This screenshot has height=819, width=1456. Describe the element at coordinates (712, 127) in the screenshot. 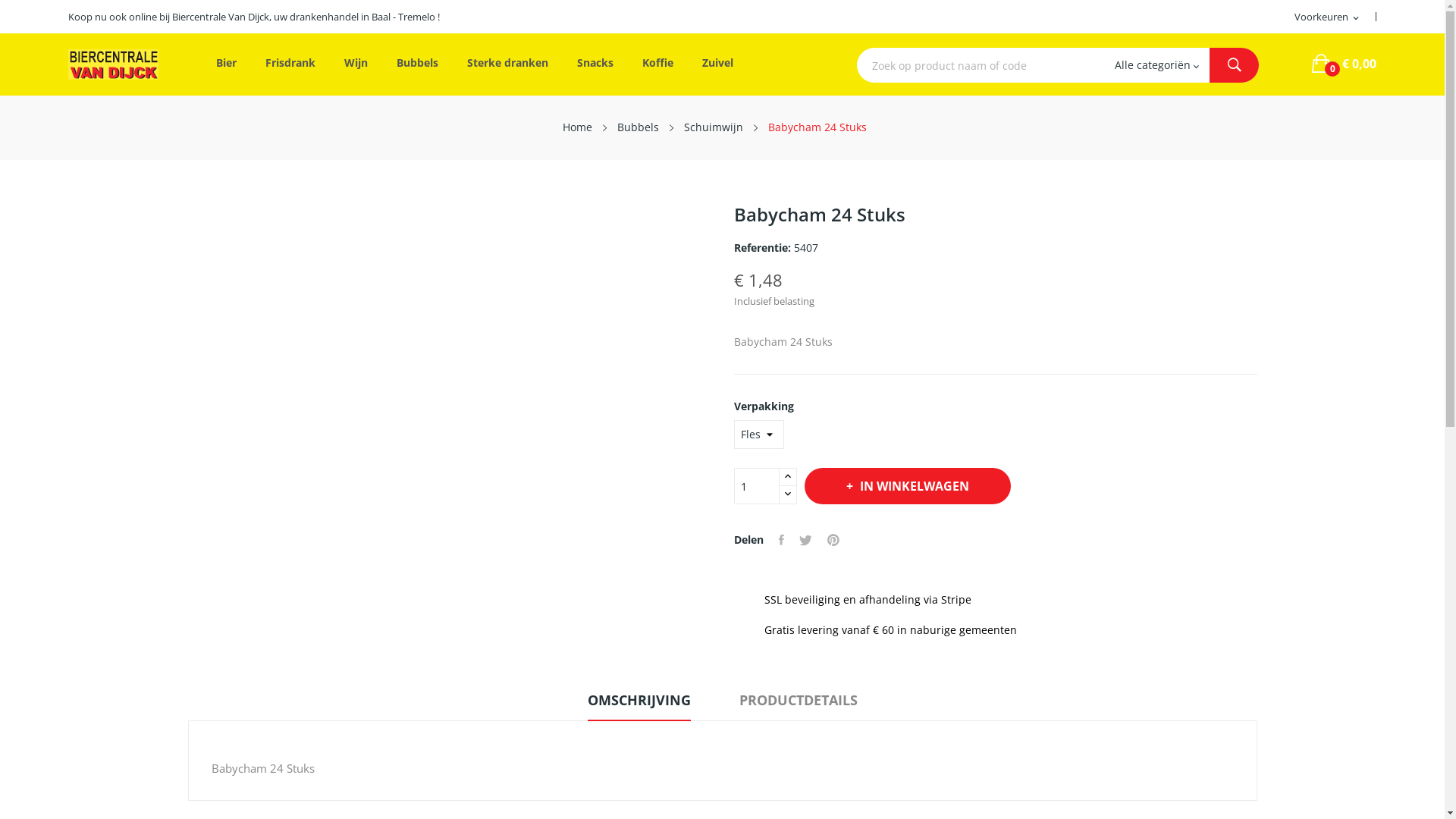

I see `'Schuimwijn'` at that location.